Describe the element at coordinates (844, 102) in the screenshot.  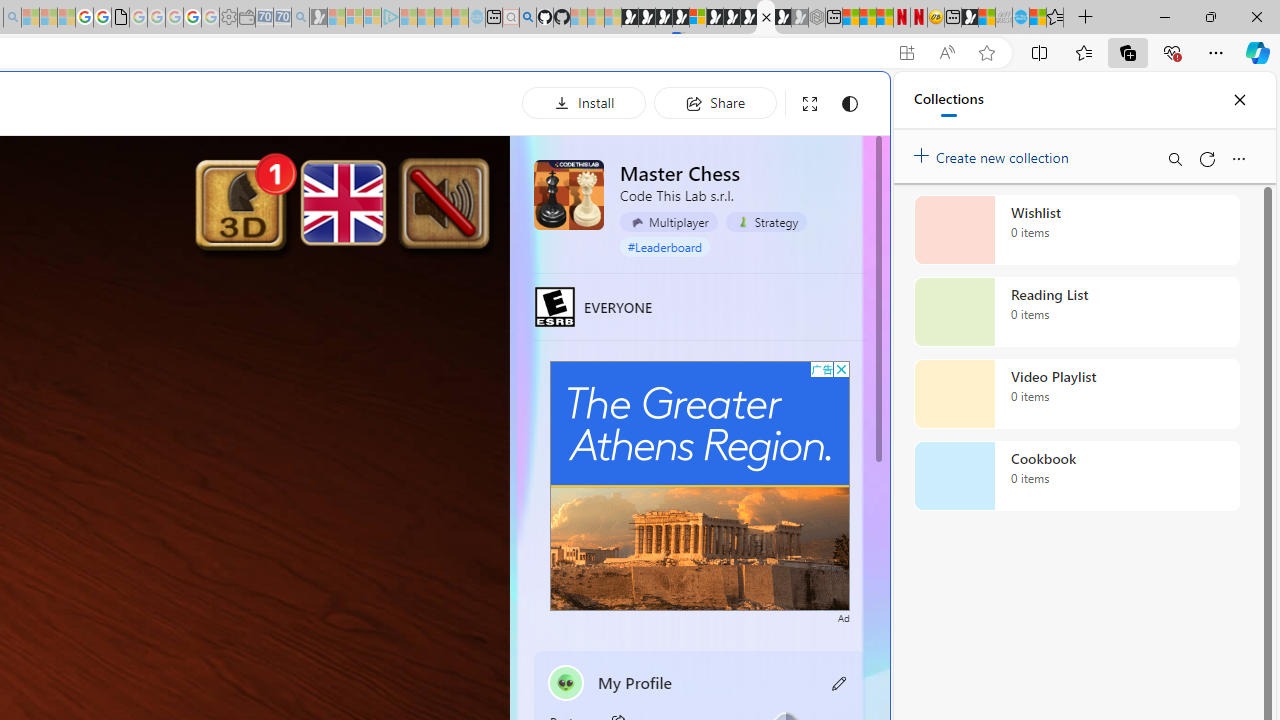
I see `'Close split screen'` at that location.